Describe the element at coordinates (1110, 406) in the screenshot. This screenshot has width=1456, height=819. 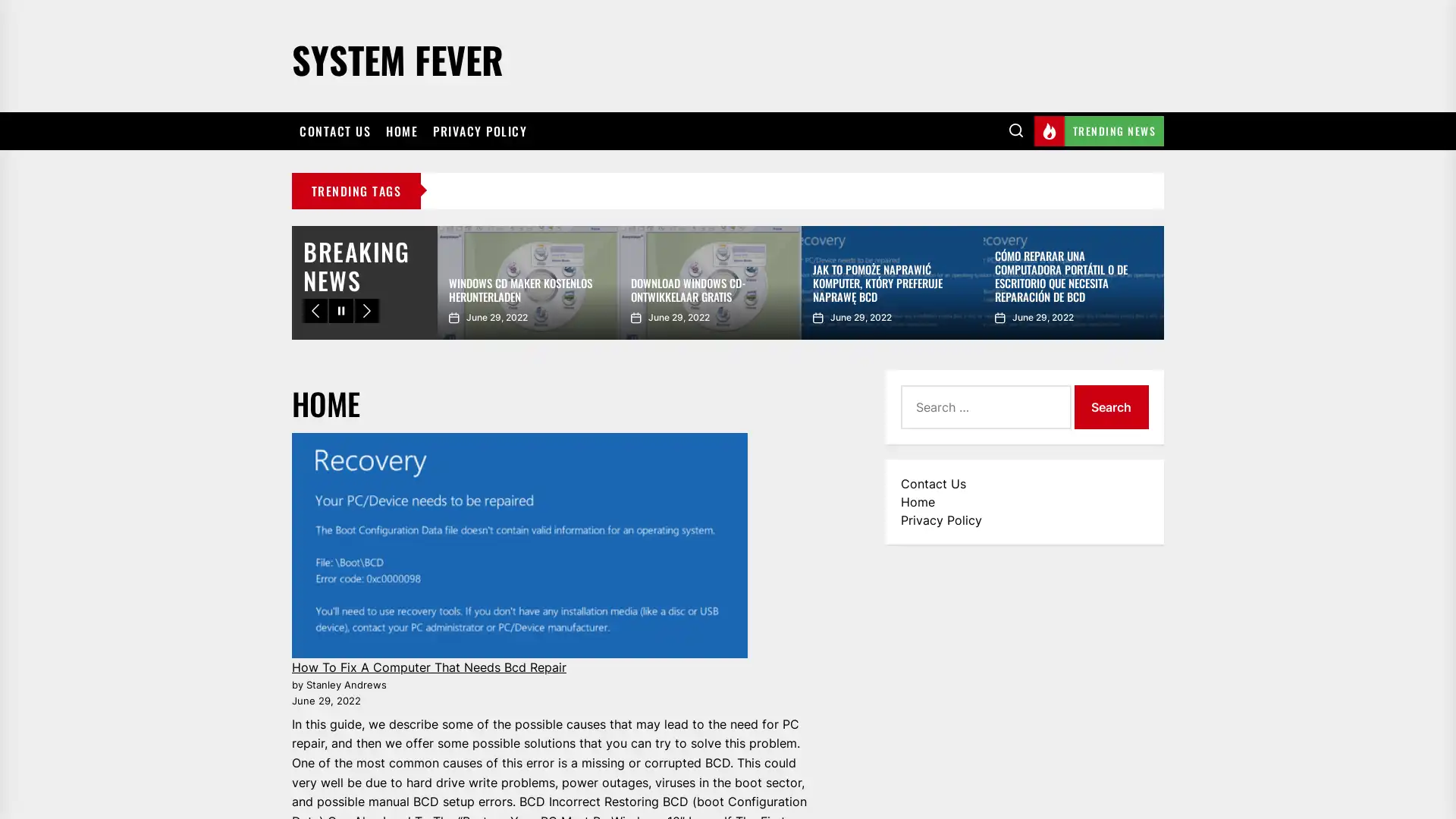
I see `Search` at that location.